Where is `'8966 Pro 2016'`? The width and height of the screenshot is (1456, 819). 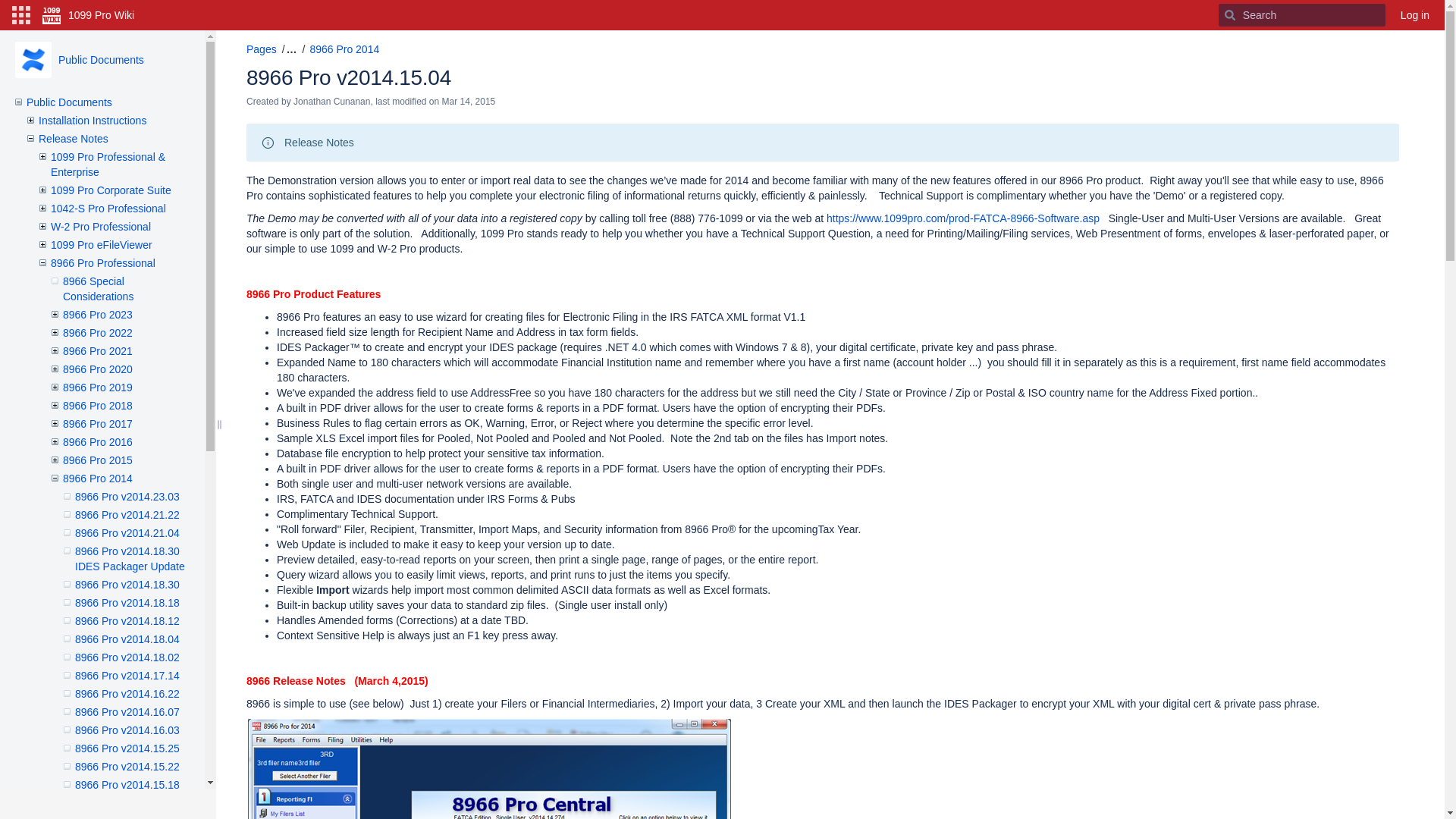 '8966 Pro 2016' is located at coordinates (97, 441).